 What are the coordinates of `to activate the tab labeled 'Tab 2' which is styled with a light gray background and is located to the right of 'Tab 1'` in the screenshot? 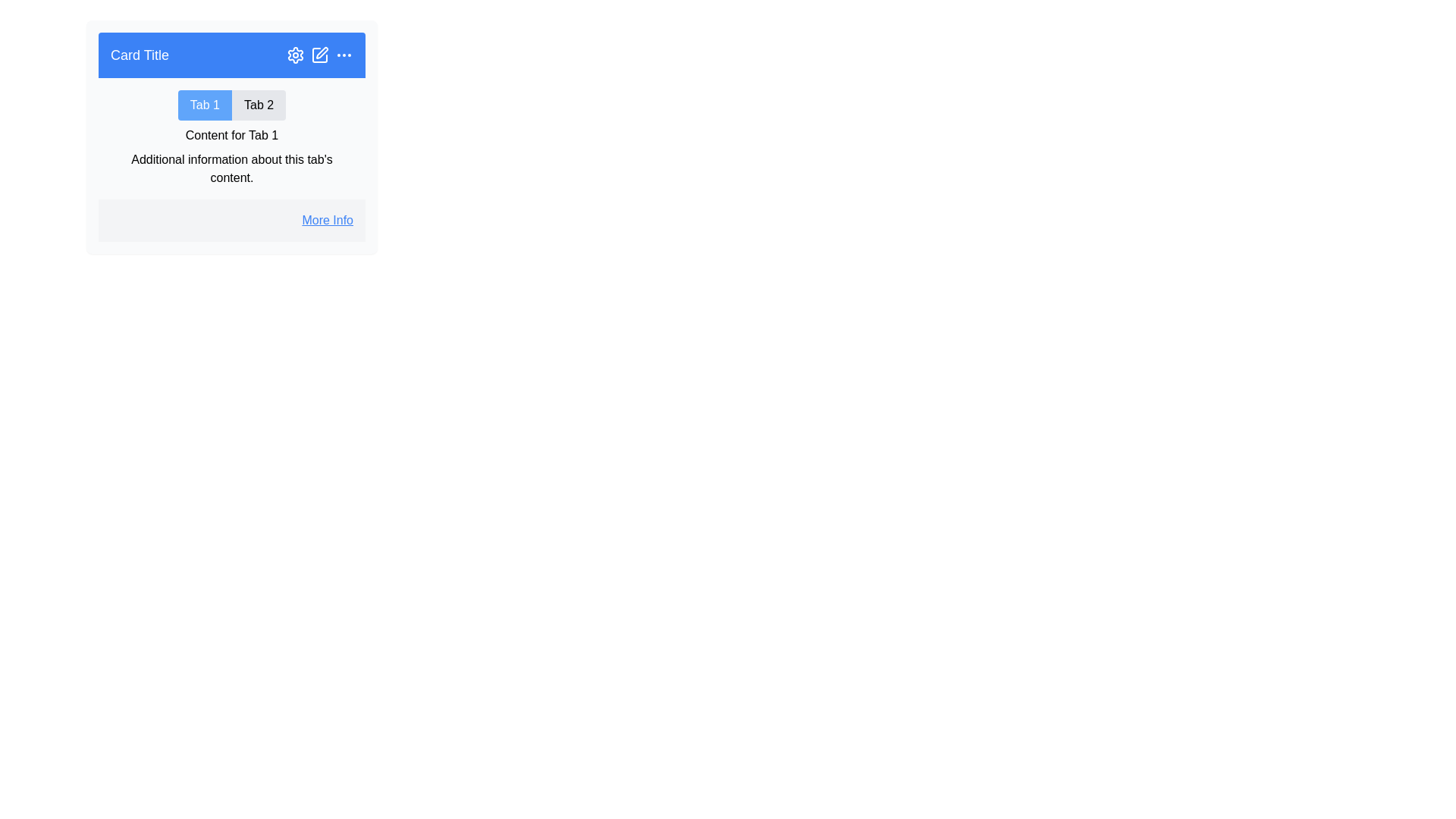 It's located at (259, 104).